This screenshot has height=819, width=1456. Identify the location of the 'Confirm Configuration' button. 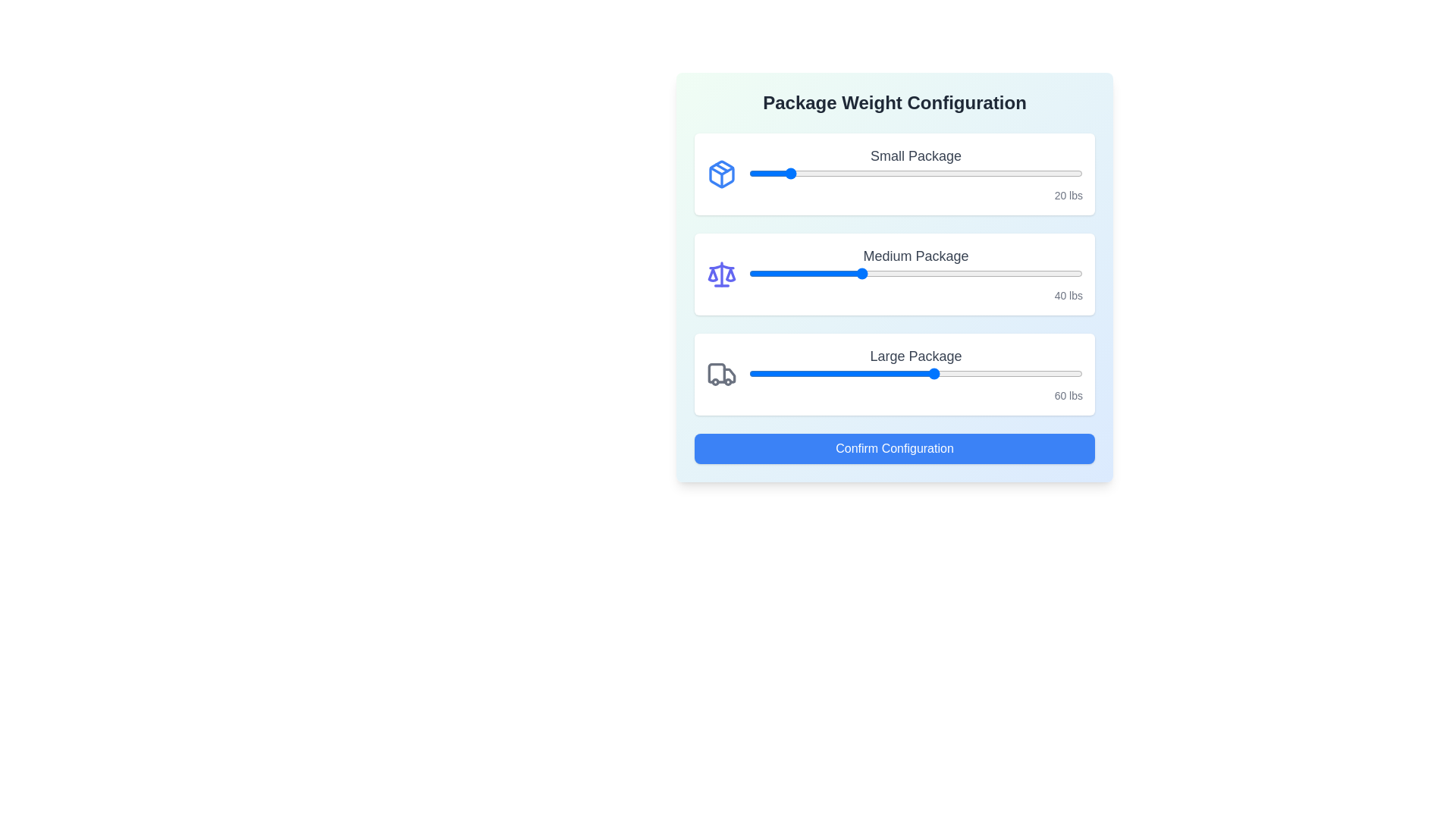
(895, 447).